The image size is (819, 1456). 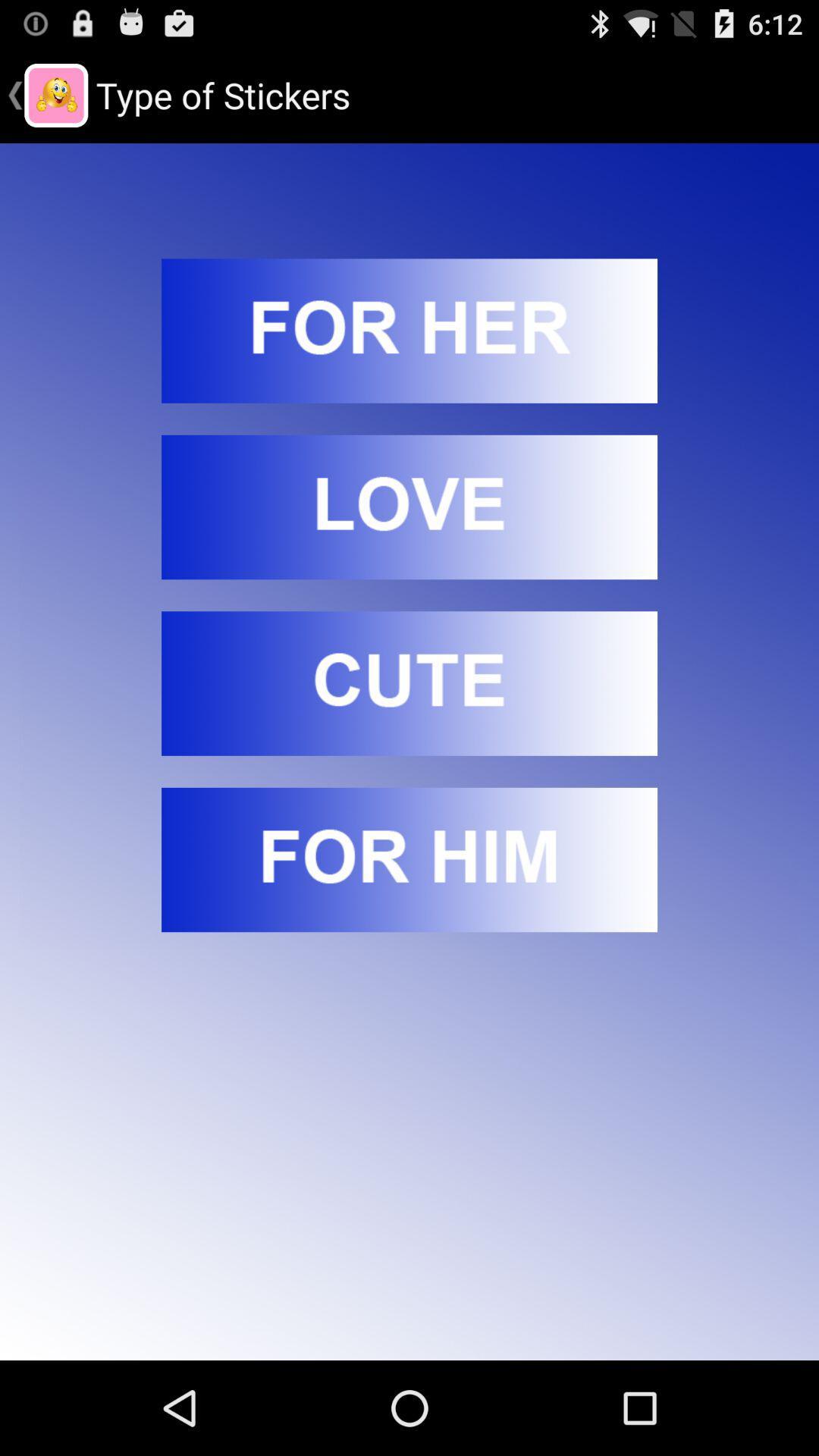 What do you see at coordinates (409, 682) in the screenshot?
I see `cute stickers` at bounding box center [409, 682].